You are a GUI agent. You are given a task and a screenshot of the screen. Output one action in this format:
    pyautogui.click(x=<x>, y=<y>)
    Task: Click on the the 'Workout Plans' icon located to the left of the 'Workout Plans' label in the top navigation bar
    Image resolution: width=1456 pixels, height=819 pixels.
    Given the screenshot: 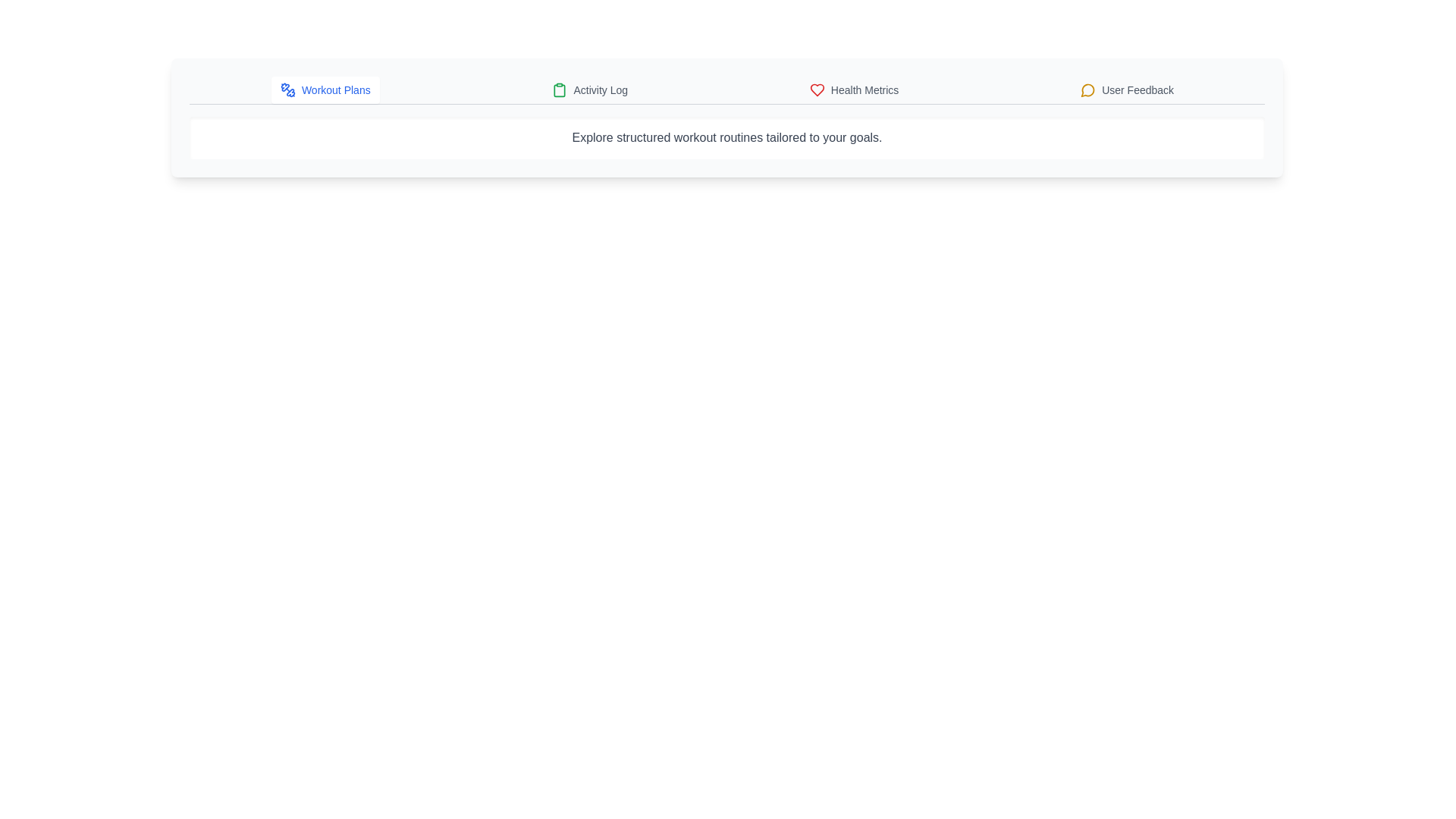 What is the action you would take?
    pyautogui.click(x=290, y=93)
    